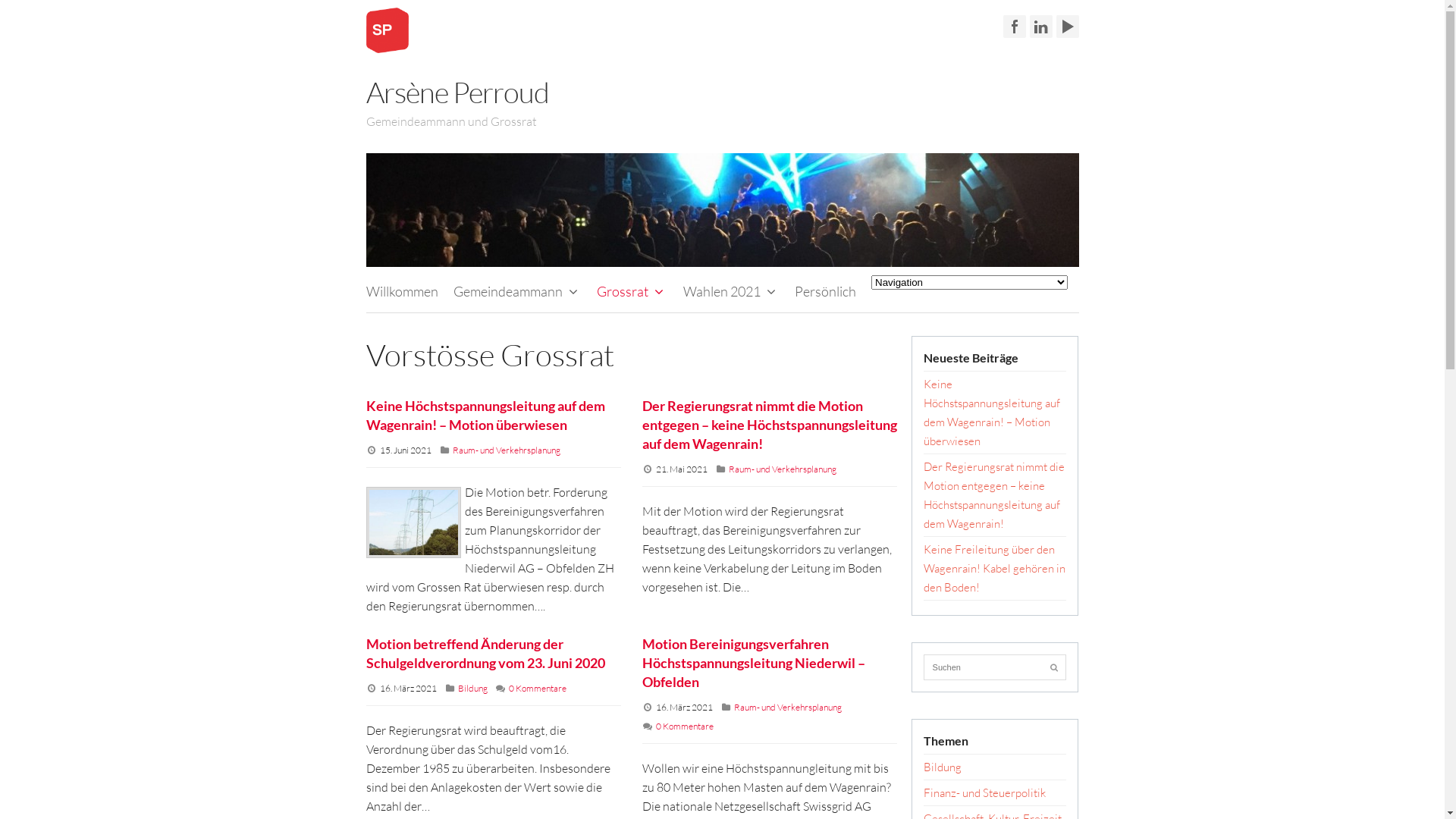  What do you see at coordinates (1065, 26) in the screenshot?
I see `'youtube'` at bounding box center [1065, 26].